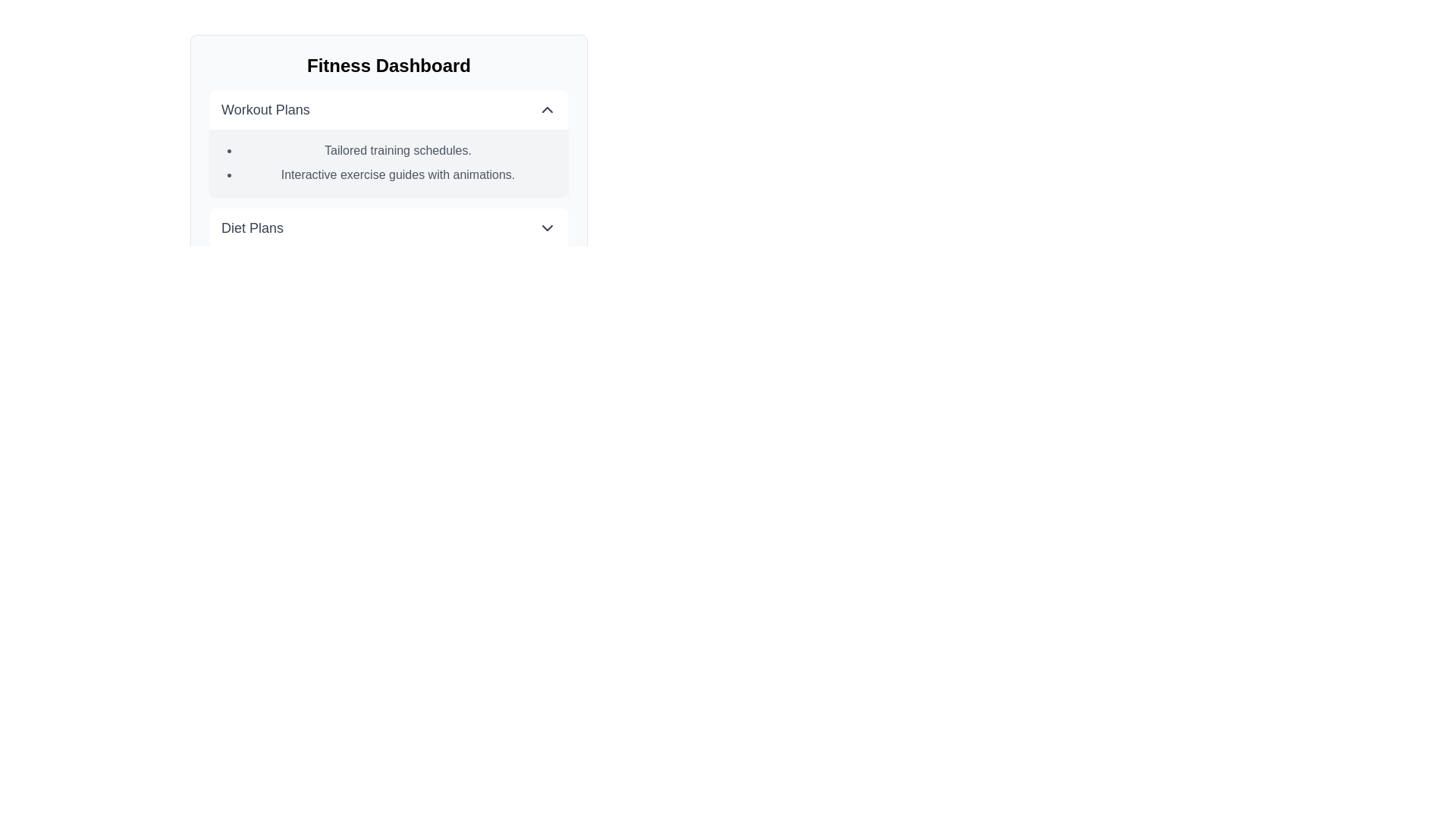  Describe the element at coordinates (546, 227) in the screenshot. I see `the downward-pointing chevron icon in the 'Diet Plans' section for accessibility interactions` at that location.